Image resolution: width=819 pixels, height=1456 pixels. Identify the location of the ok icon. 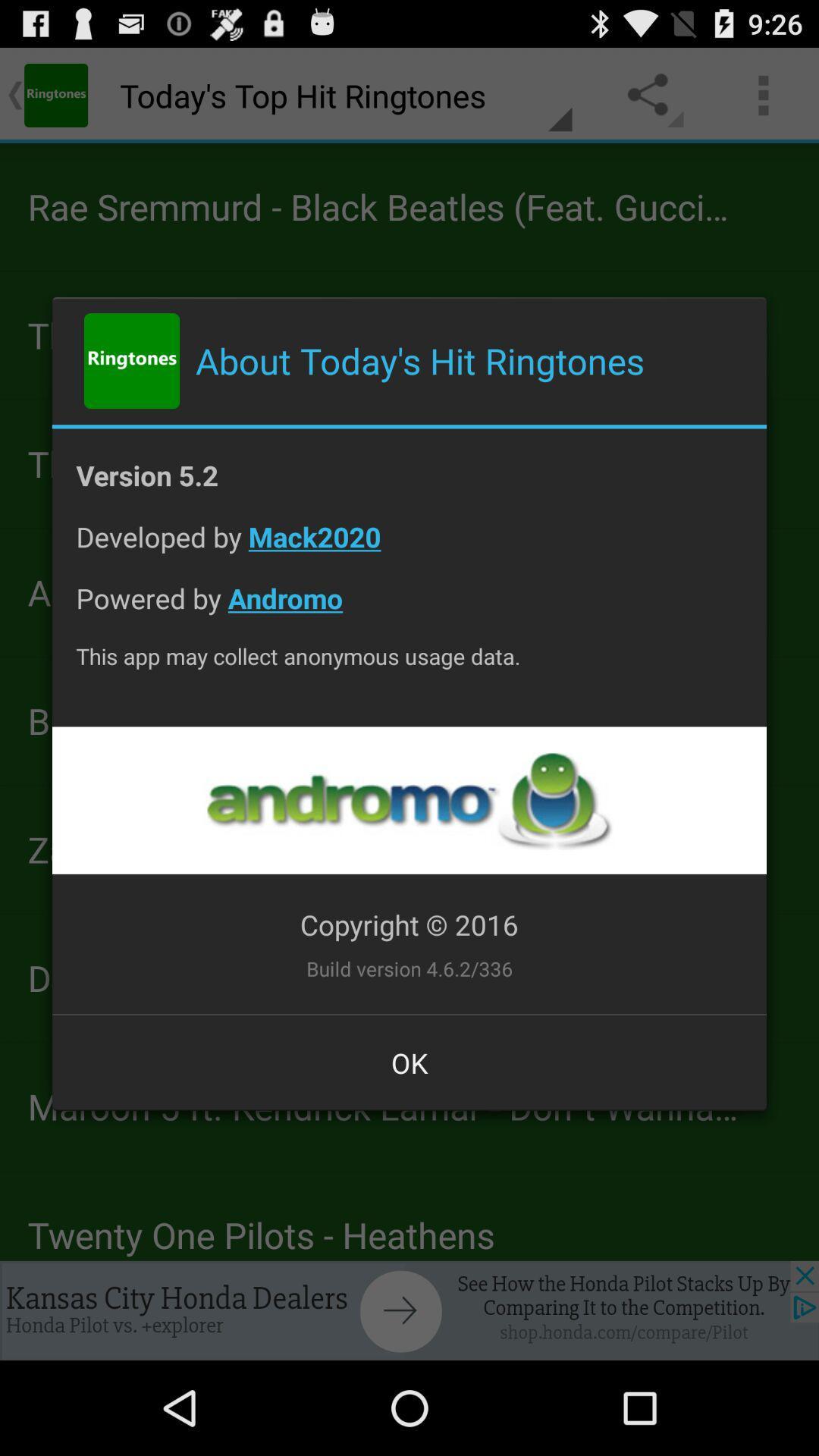
(409, 1062).